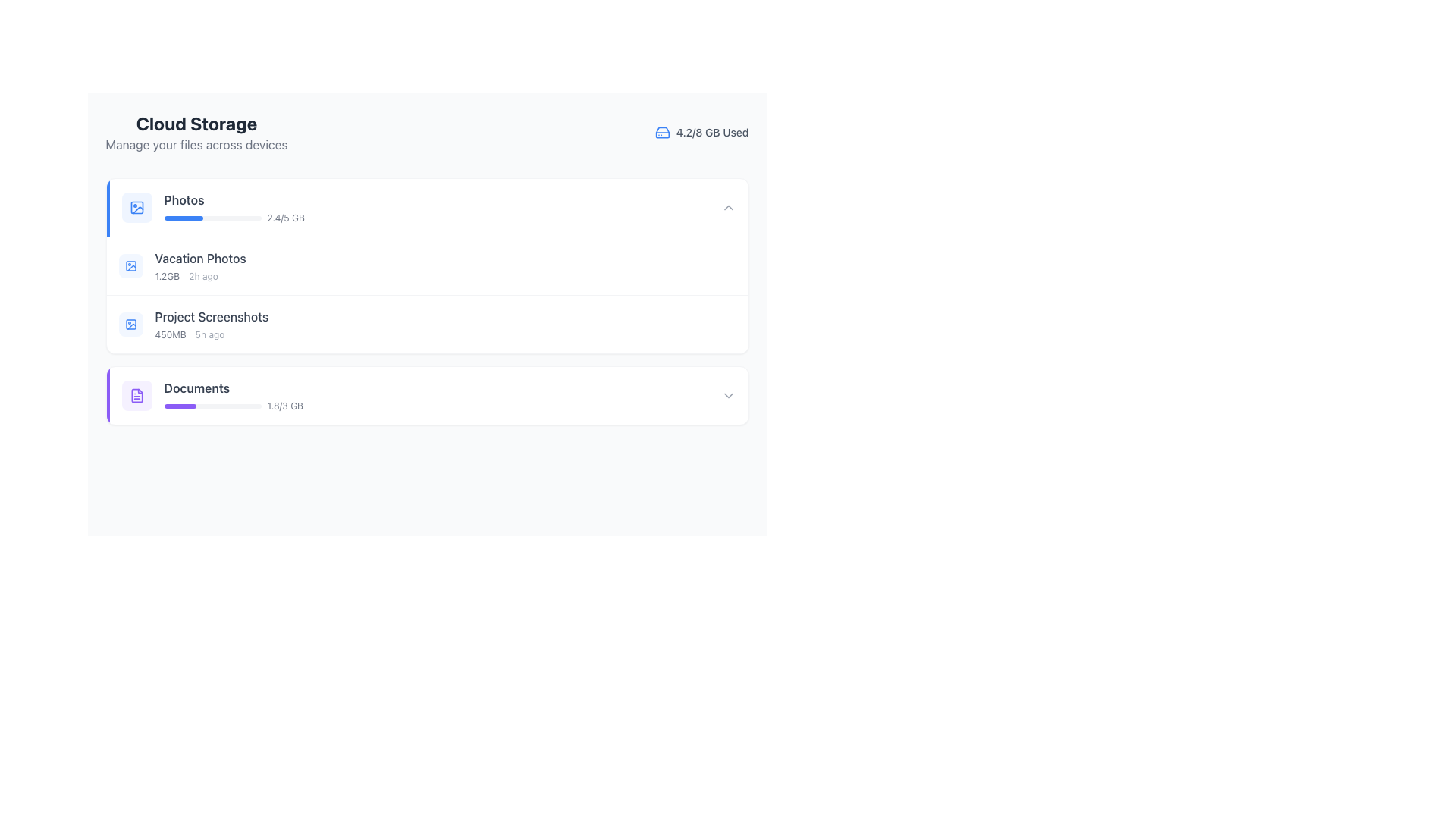 The height and width of the screenshot is (819, 1456). Describe the element at coordinates (728, 207) in the screenshot. I see `the downward-pointing chevron icon located in the upper right corner of the 'Photos, 2.4/5 GB' block` at that location.